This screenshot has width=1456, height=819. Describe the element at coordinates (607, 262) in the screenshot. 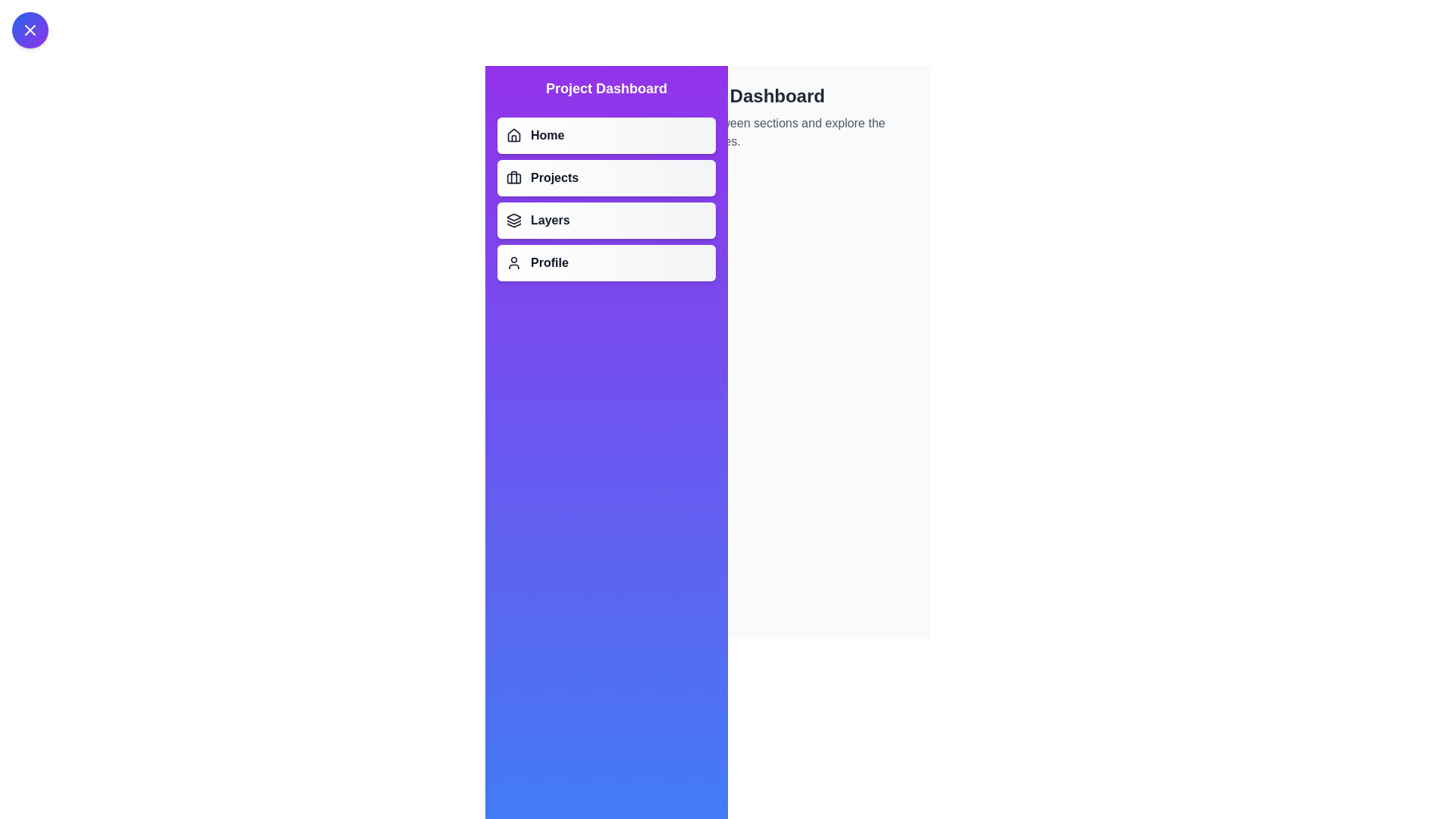

I see `the navigation section button labeled Profile` at that location.